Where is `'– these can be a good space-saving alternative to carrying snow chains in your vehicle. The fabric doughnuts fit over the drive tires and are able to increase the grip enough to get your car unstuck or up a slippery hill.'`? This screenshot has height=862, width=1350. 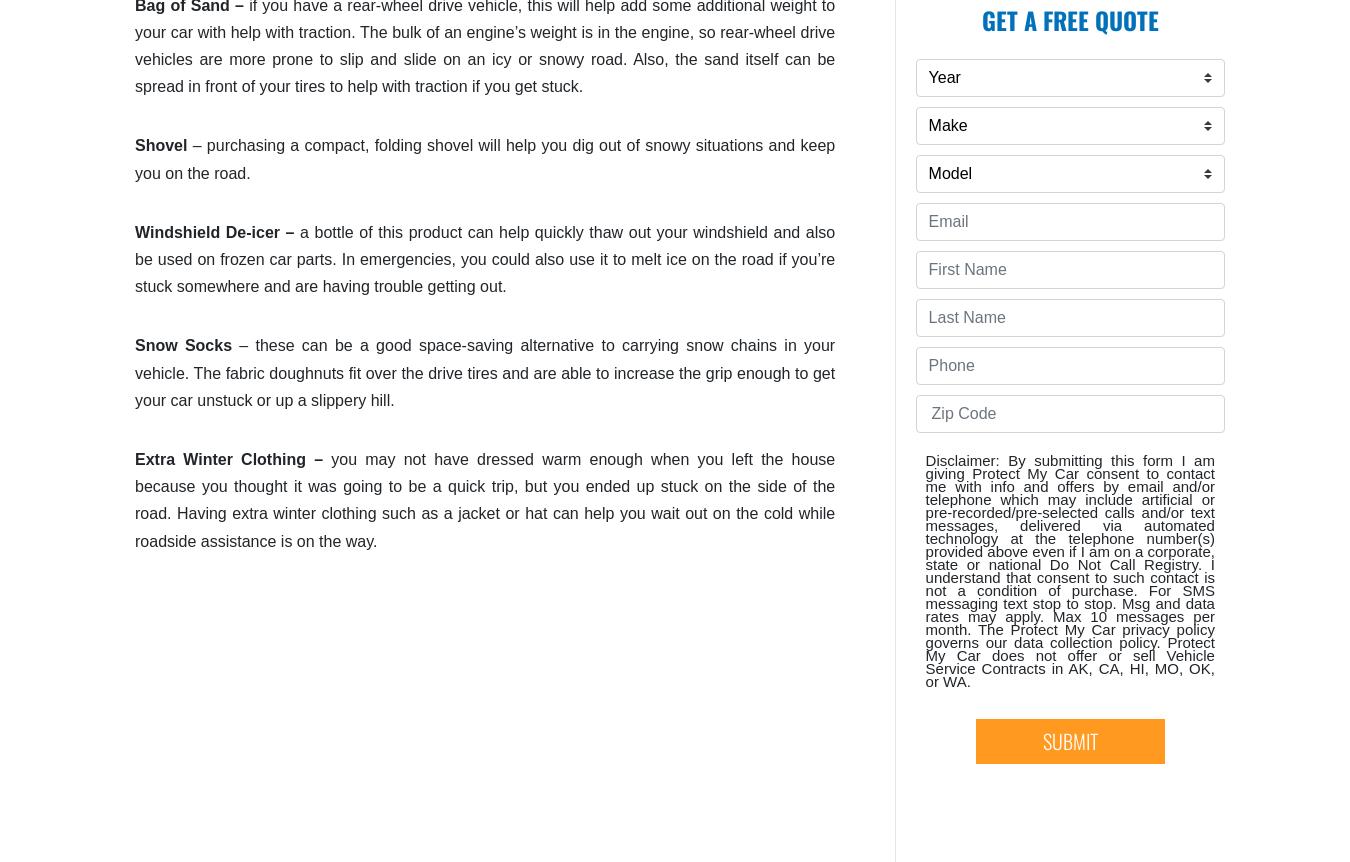 '– these can be a good space-saving alternative to carrying snow chains in your vehicle. The fabric doughnuts fit over the drive tires and are able to increase the grip enough to get your car unstuck or up a slippery hill.' is located at coordinates (484, 371).